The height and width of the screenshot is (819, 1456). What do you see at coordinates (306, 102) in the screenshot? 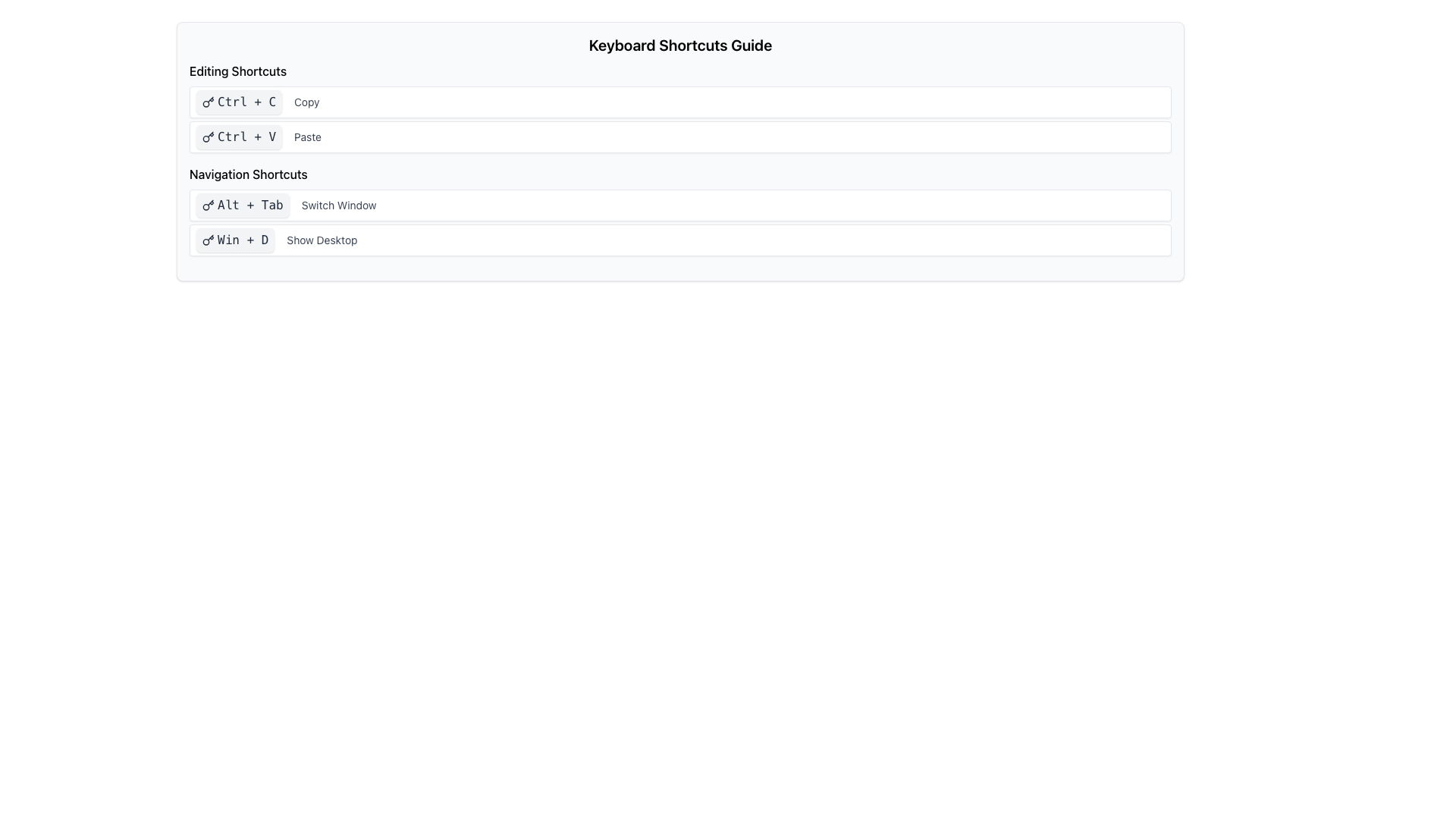
I see `the 'Copy' text label, which is a small dark gray font label located under the 'Editing Shortcuts' section, to the right of the 'Ctrl + C' label` at bounding box center [306, 102].